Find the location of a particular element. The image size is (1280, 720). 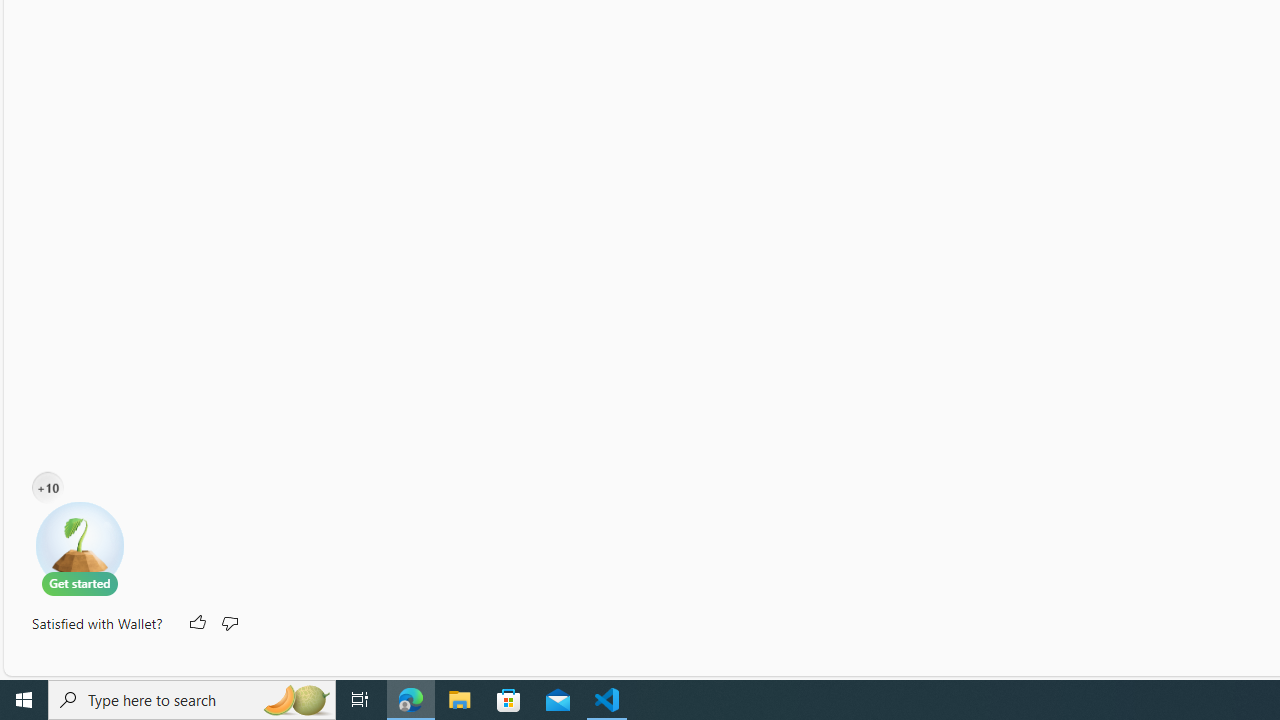

'E-tree' is located at coordinates (80, 547).